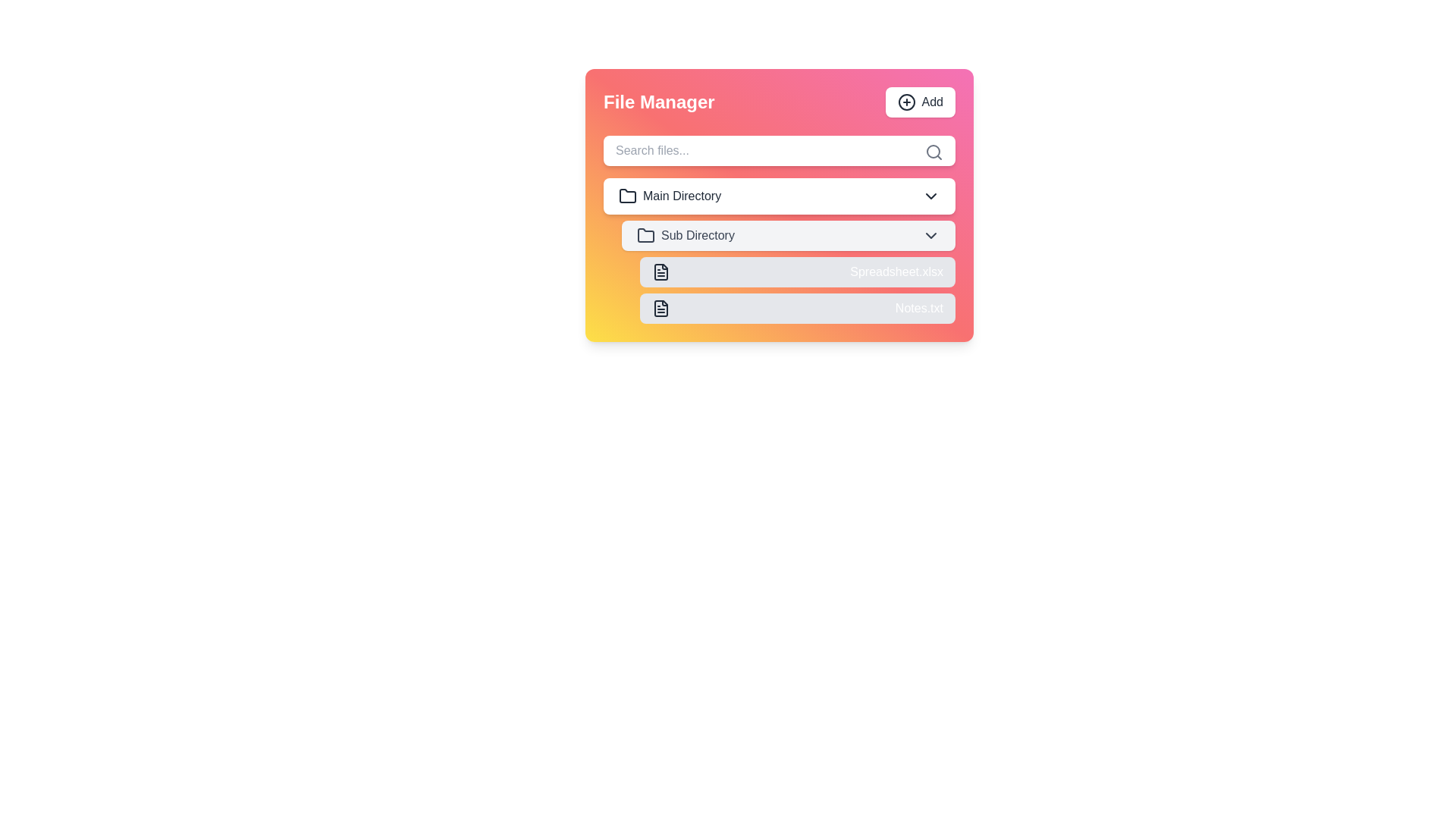 The image size is (1456, 819). I want to click on the icon located to the far right of the 'Sub Directory' row, so click(930, 236).